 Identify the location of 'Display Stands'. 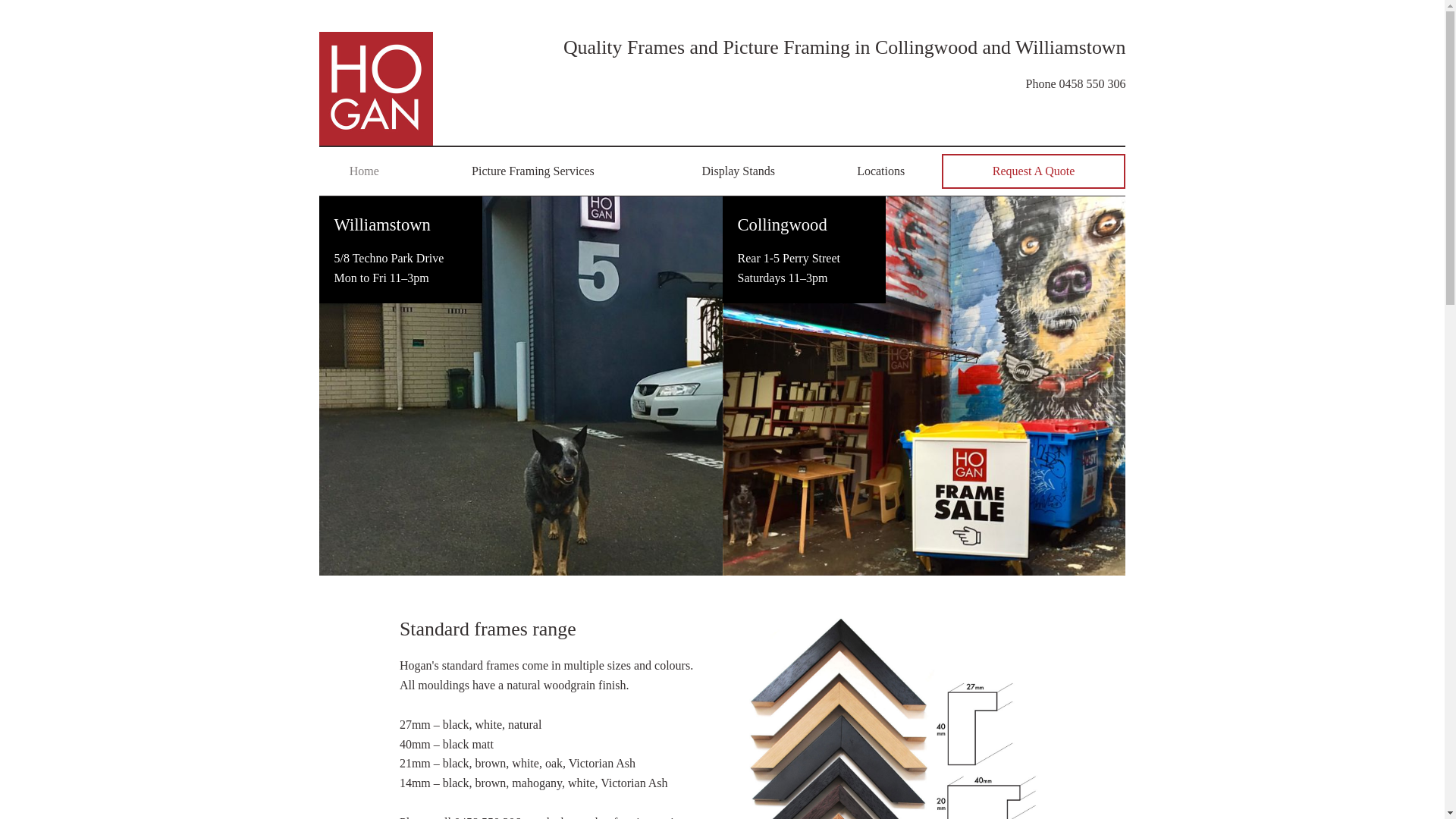
(739, 171).